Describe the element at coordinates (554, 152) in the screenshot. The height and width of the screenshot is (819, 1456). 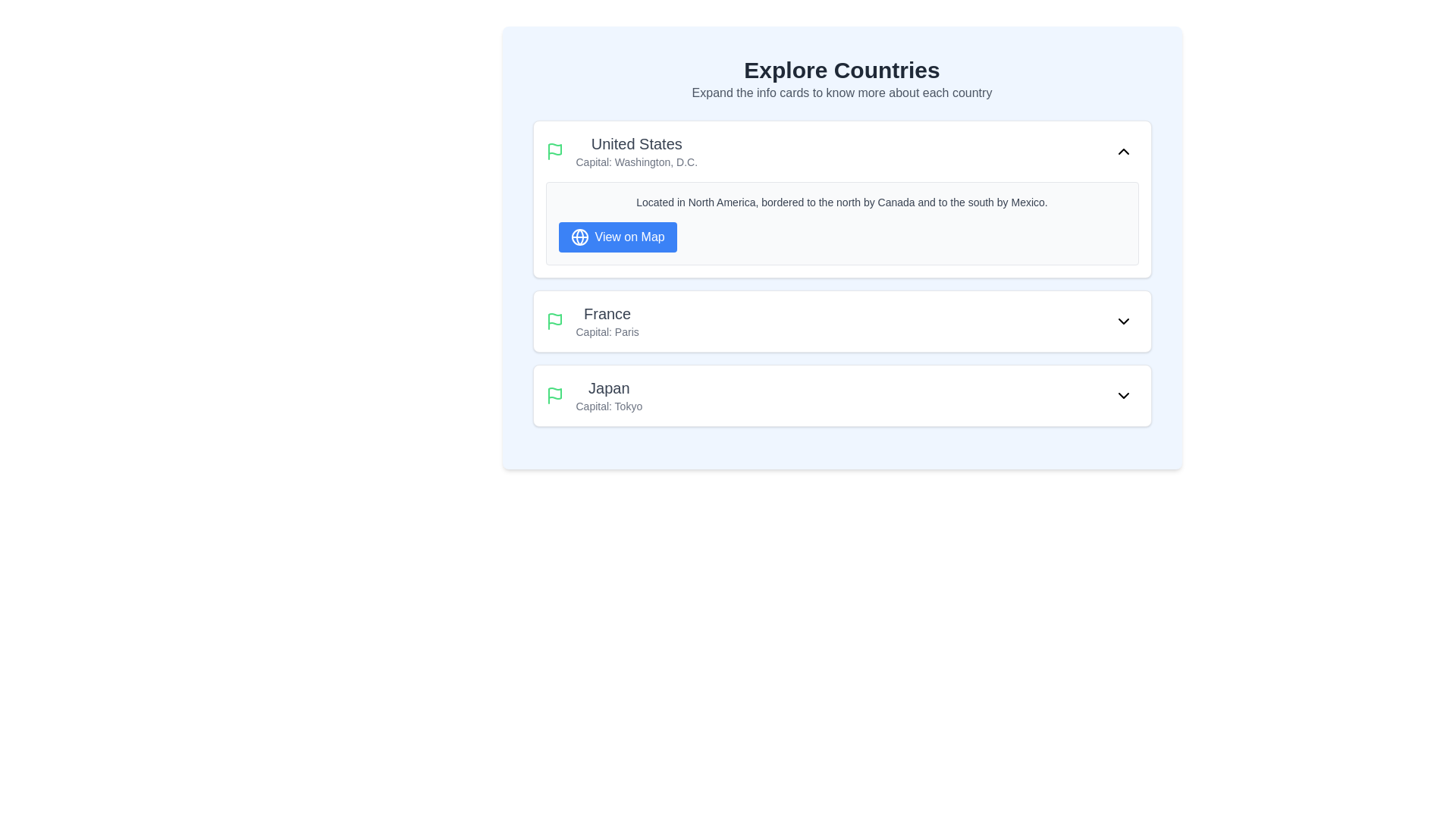
I see `the visual icon representing the entry for the country 'United States', located in the top-left section of its card, adjacent to the title` at that location.